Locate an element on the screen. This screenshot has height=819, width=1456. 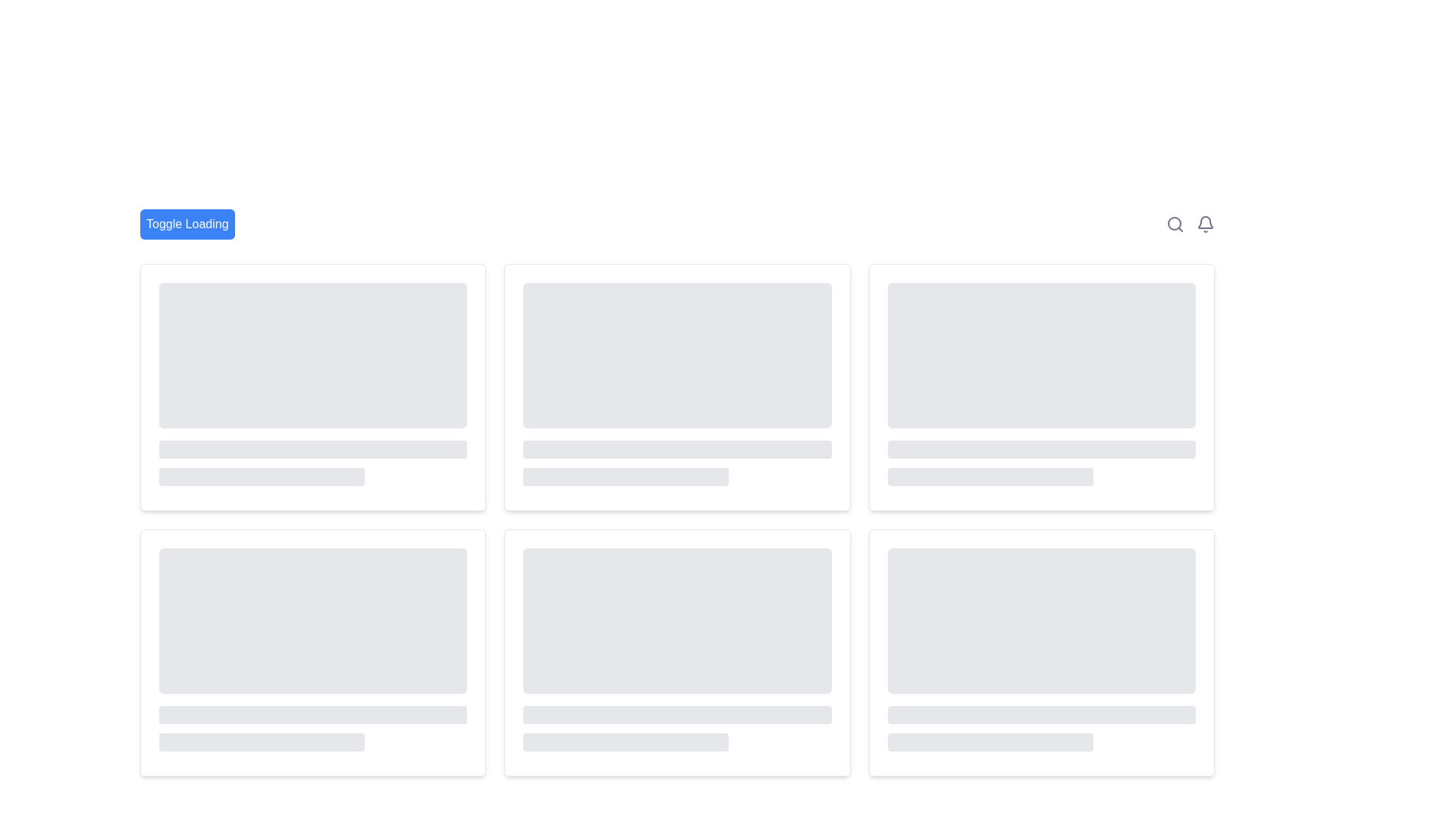
the centrally aligned placeholder that indicates a loading state, positioned between two other elements is located at coordinates (312, 449).